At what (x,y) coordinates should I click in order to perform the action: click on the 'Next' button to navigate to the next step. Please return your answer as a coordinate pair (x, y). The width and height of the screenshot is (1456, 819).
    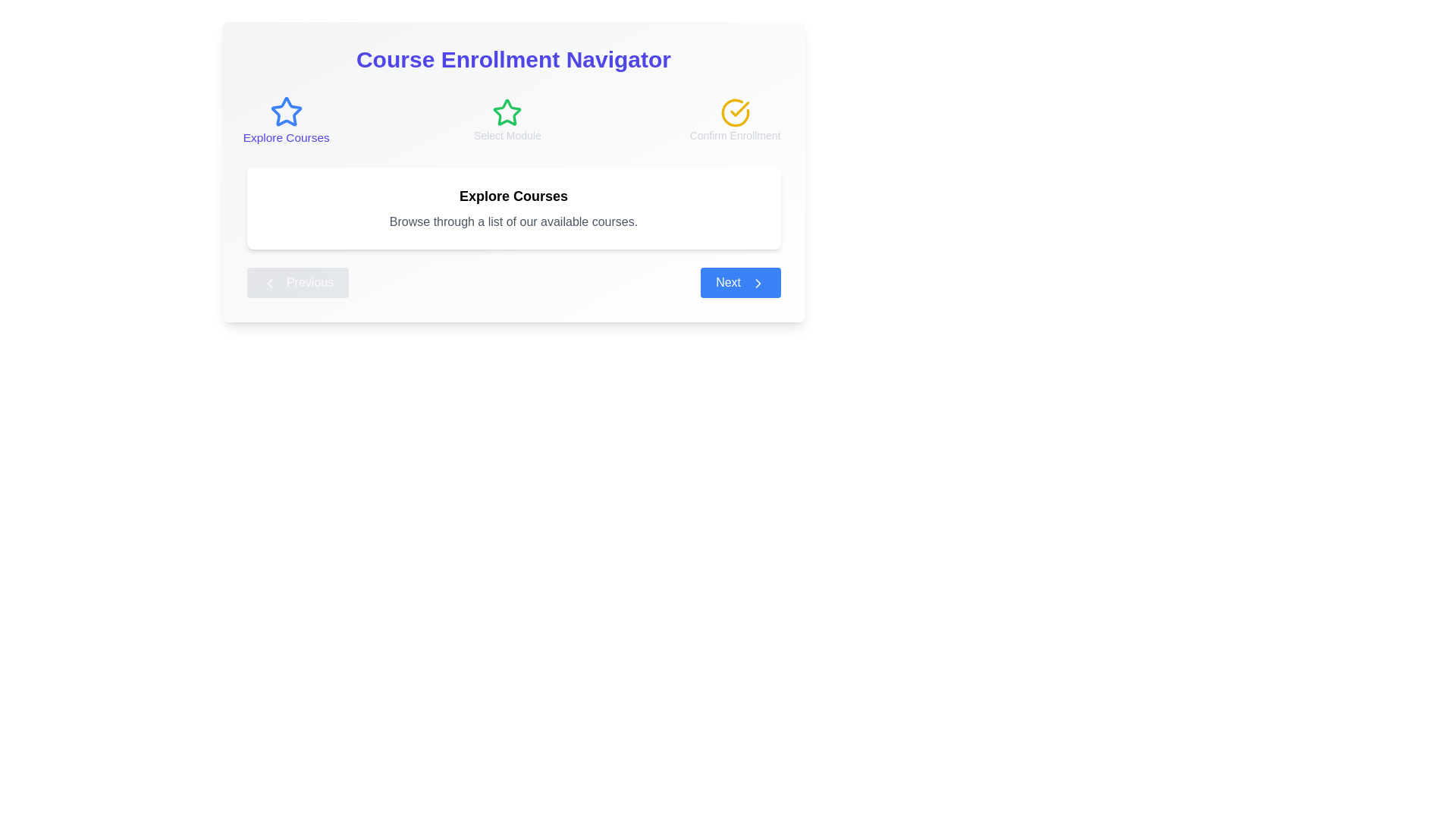
    Looking at the image, I should click on (740, 283).